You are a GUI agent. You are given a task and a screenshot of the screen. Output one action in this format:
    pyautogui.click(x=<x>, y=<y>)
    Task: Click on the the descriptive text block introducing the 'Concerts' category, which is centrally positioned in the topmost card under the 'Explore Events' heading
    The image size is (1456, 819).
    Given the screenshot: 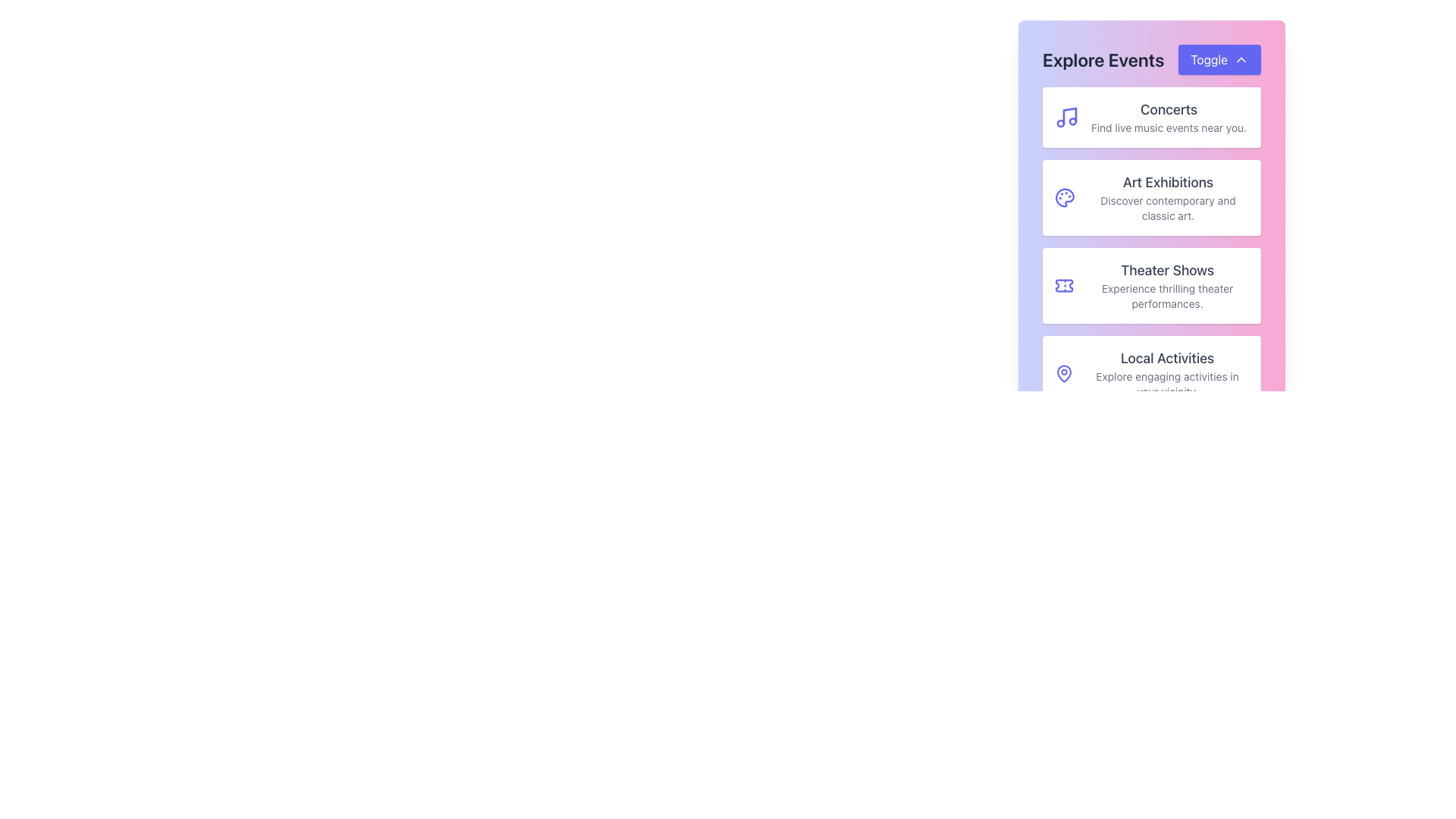 What is the action you would take?
    pyautogui.click(x=1168, y=116)
    